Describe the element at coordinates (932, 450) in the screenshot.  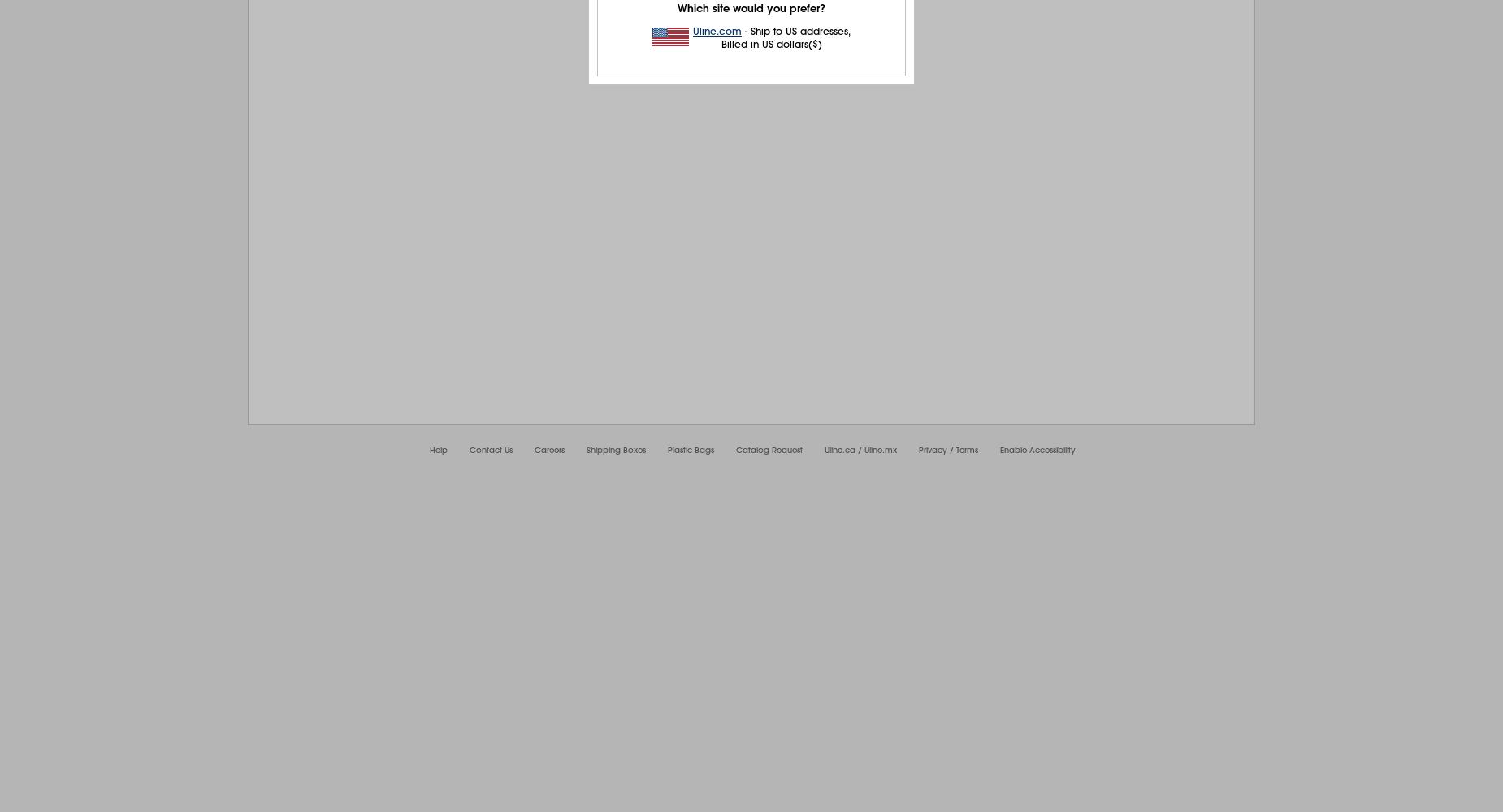
I see `'Privacy'` at that location.